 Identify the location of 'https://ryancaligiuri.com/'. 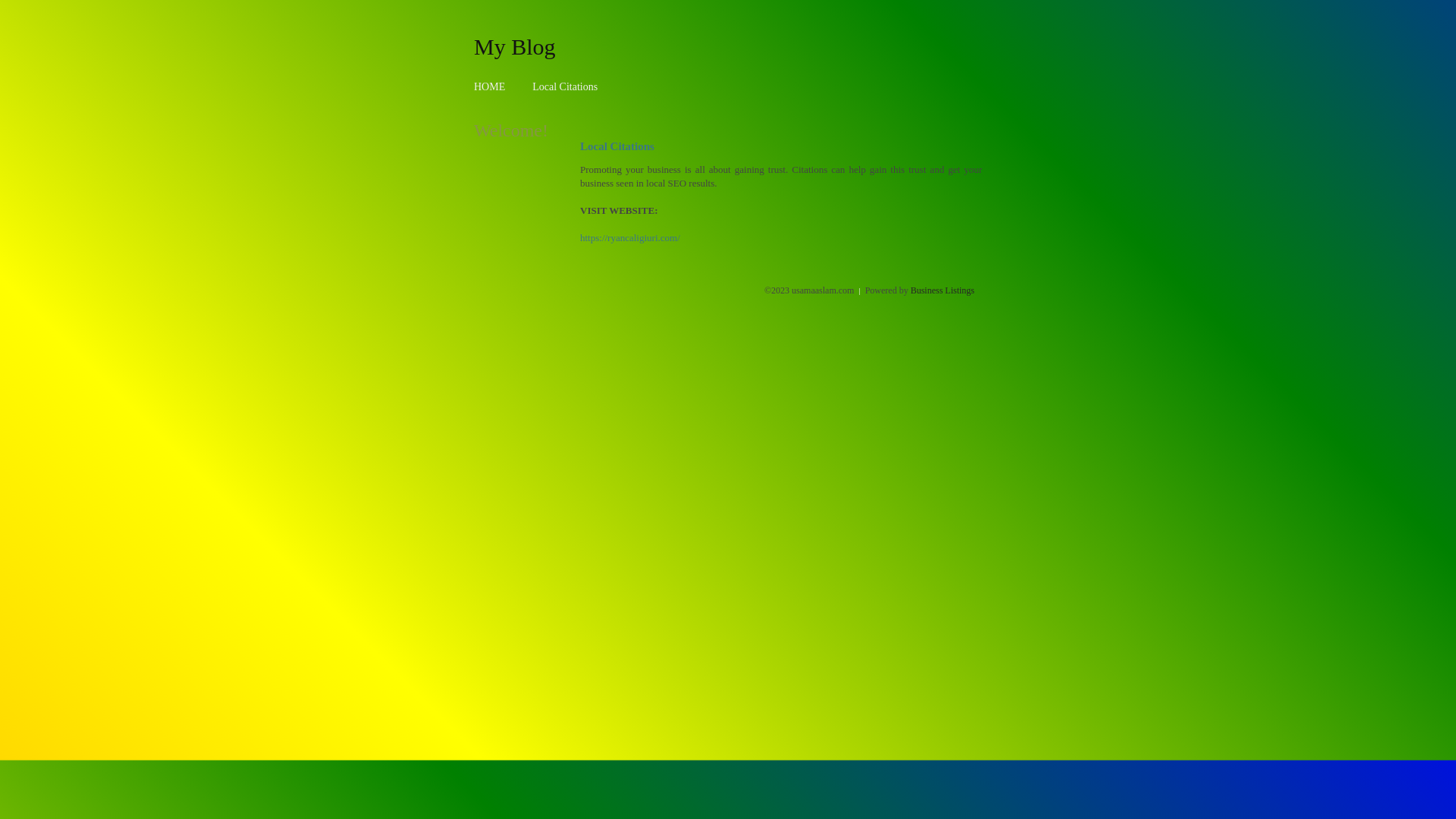
(579, 237).